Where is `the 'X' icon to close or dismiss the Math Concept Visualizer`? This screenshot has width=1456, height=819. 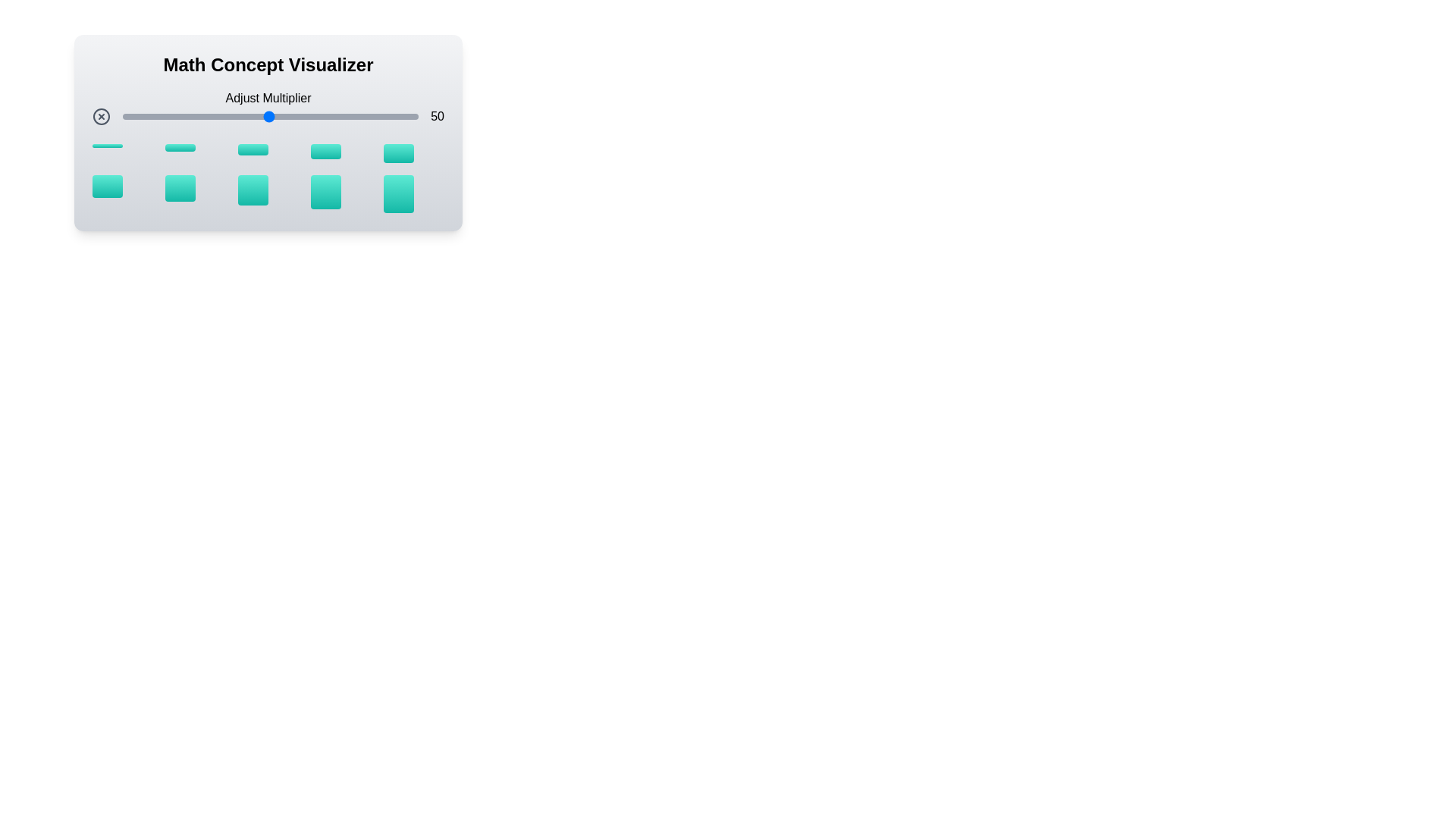 the 'X' icon to close or dismiss the Math Concept Visualizer is located at coordinates (101, 116).